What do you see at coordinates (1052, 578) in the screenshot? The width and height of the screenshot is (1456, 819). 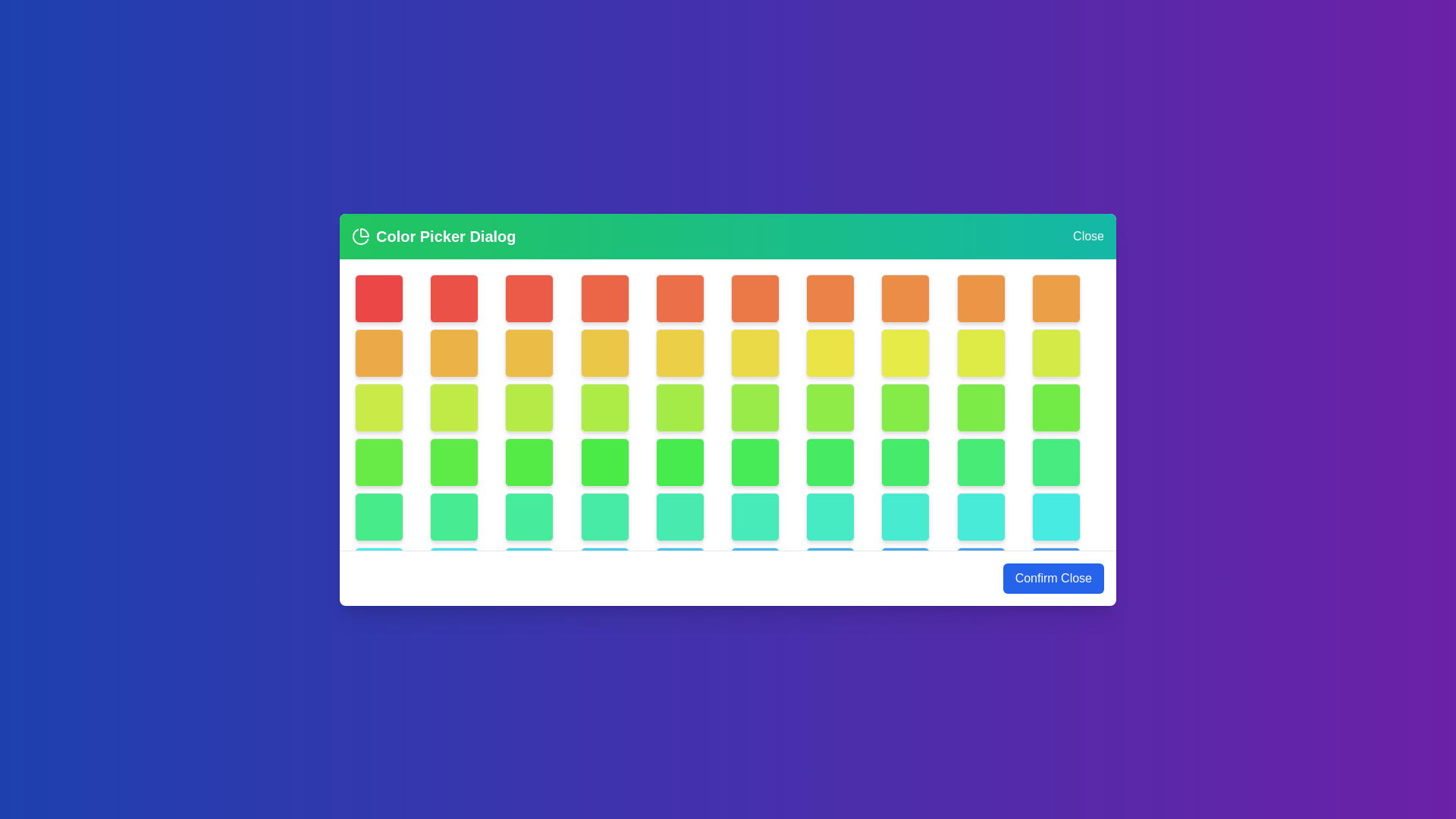 I see `the 'Confirm Close' button to close the dialog` at bounding box center [1052, 578].